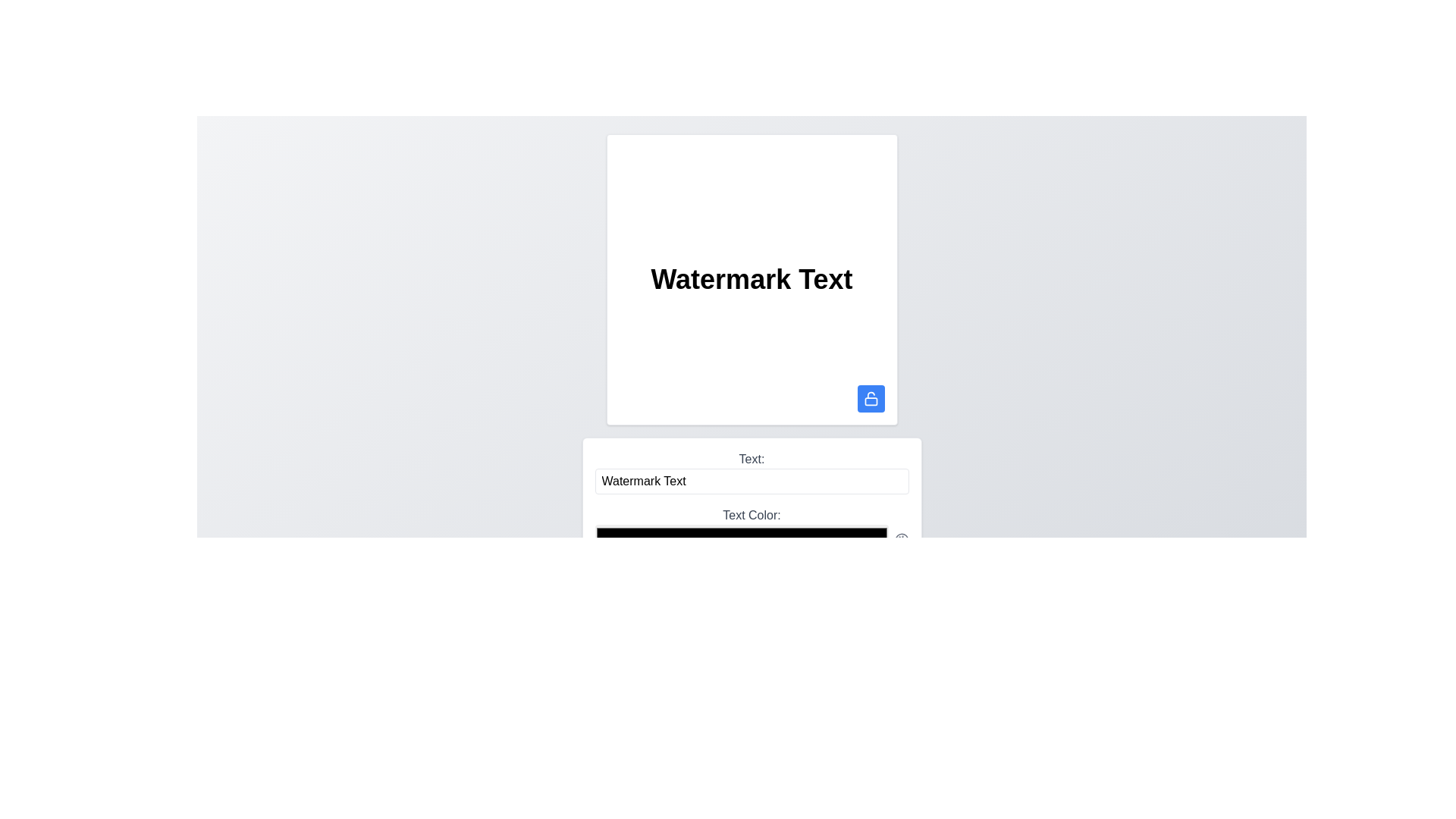 This screenshot has width=1456, height=819. What do you see at coordinates (902, 539) in the screenshot?
I see `the color options icon located to the right of the text color selection box` at bounding box center [902, 539].